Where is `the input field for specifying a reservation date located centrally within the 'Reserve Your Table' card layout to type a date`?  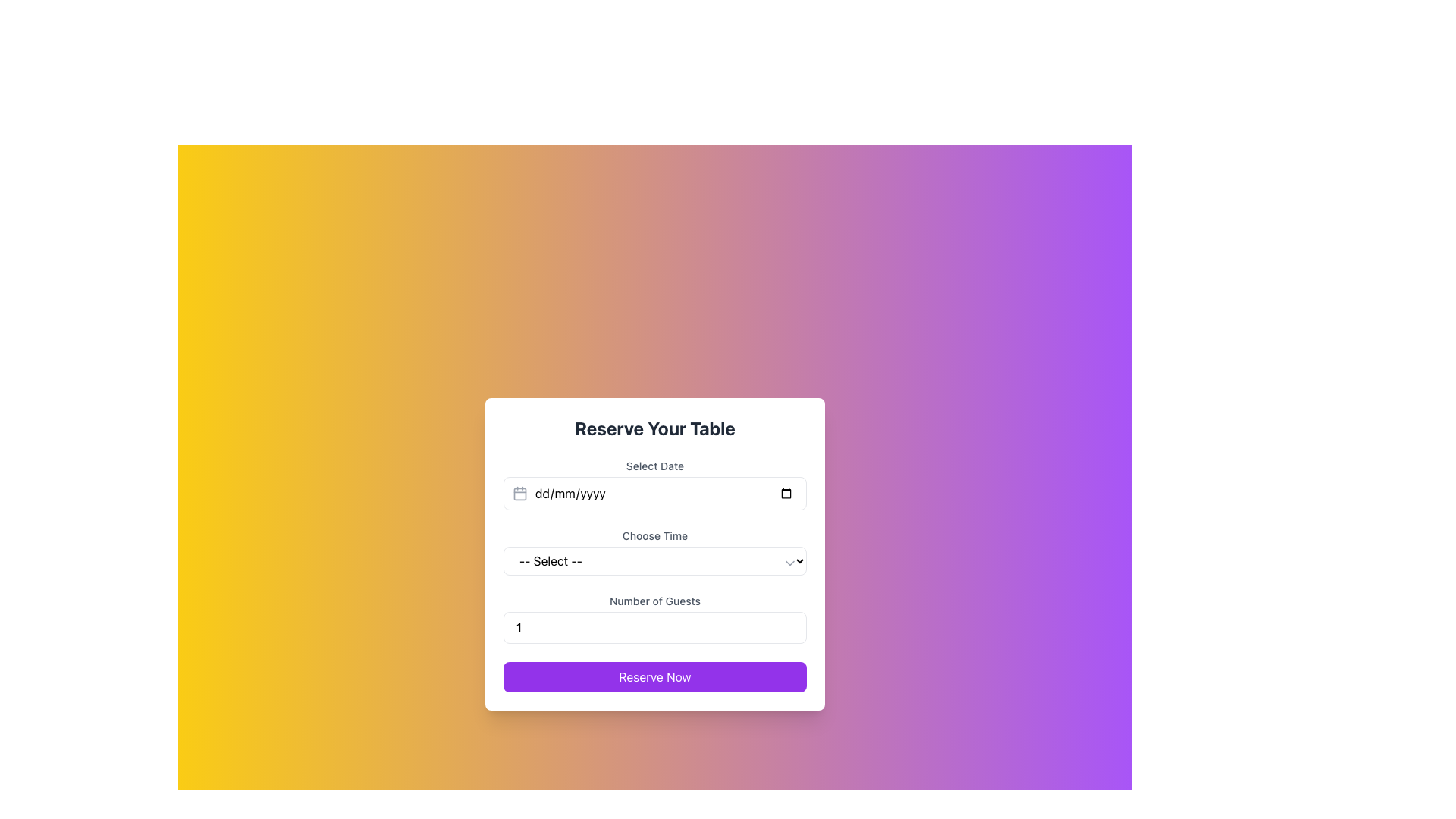 the input field for specifying a reservation date located centrally within the 'Reserve Your Table' card layout to type a date is located at coordinates (655, 485).